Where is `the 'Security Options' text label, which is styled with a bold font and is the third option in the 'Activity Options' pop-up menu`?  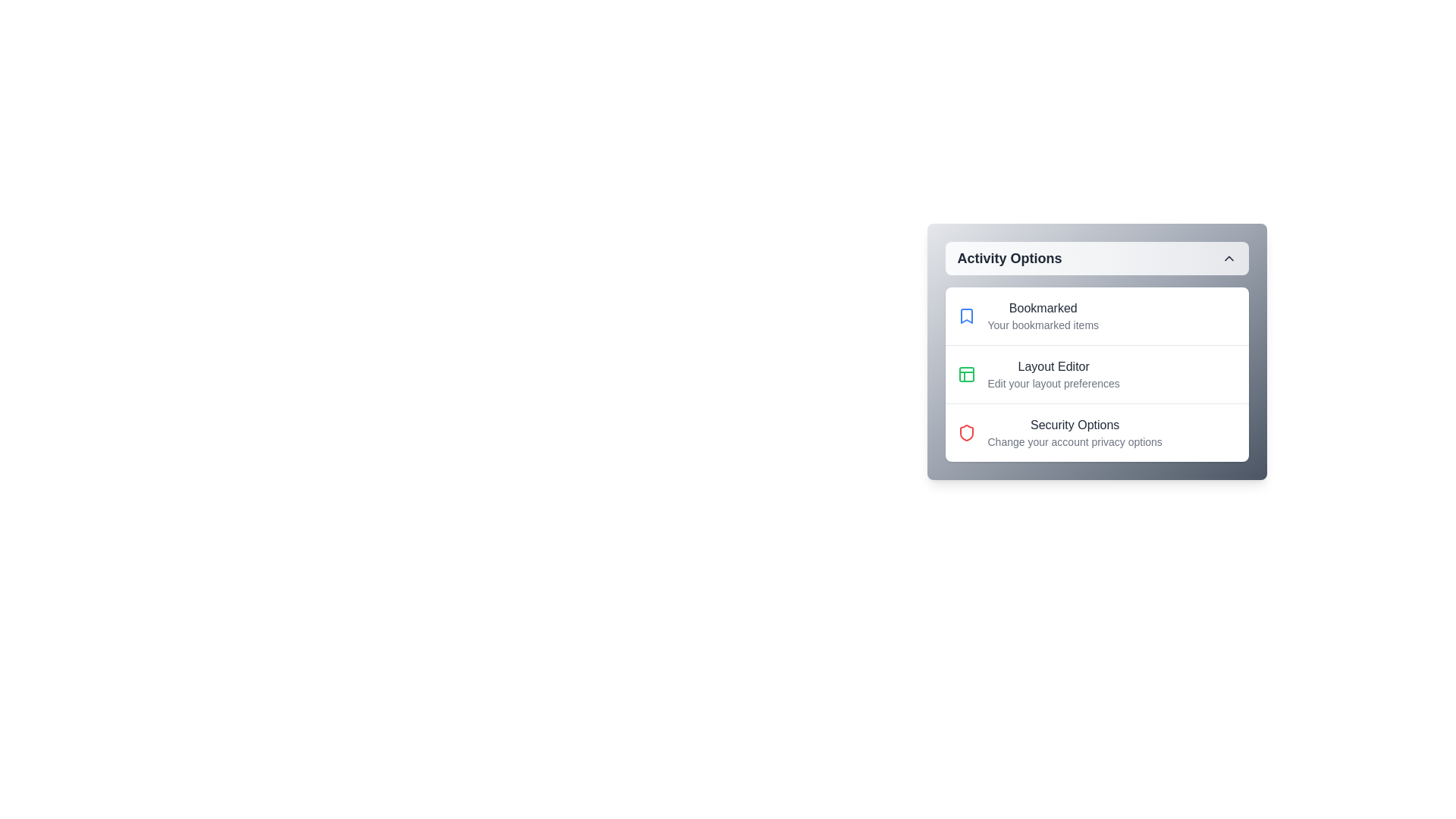 the 'Security Options' text label, which is styled with a bold font and is the third option in the 'Activity Options' pop-up menu is located at coordinates (1074, 425).